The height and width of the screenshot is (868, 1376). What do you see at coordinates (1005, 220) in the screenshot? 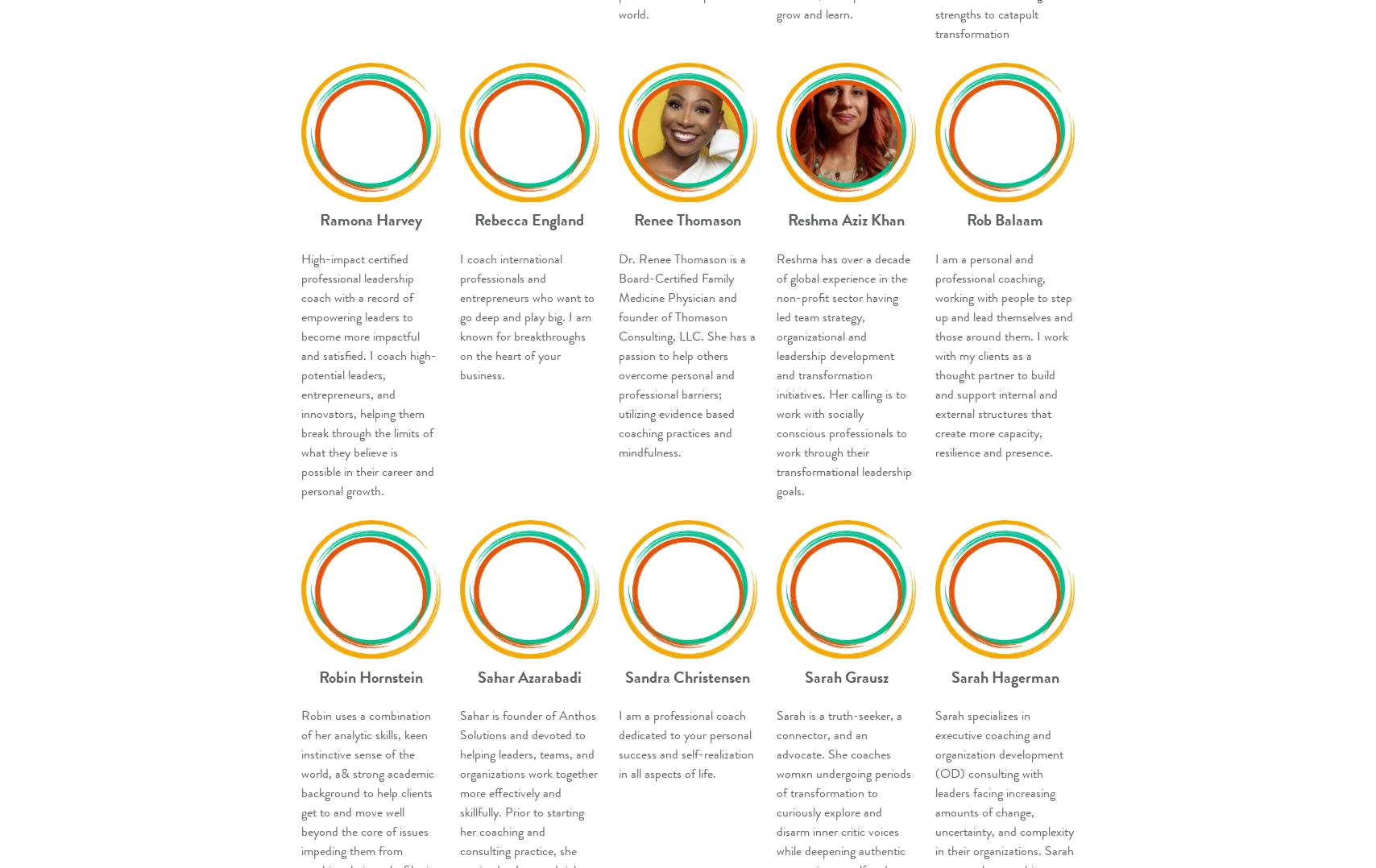
I see `'Rob Balaam'` at bounding box center [1005, 220].